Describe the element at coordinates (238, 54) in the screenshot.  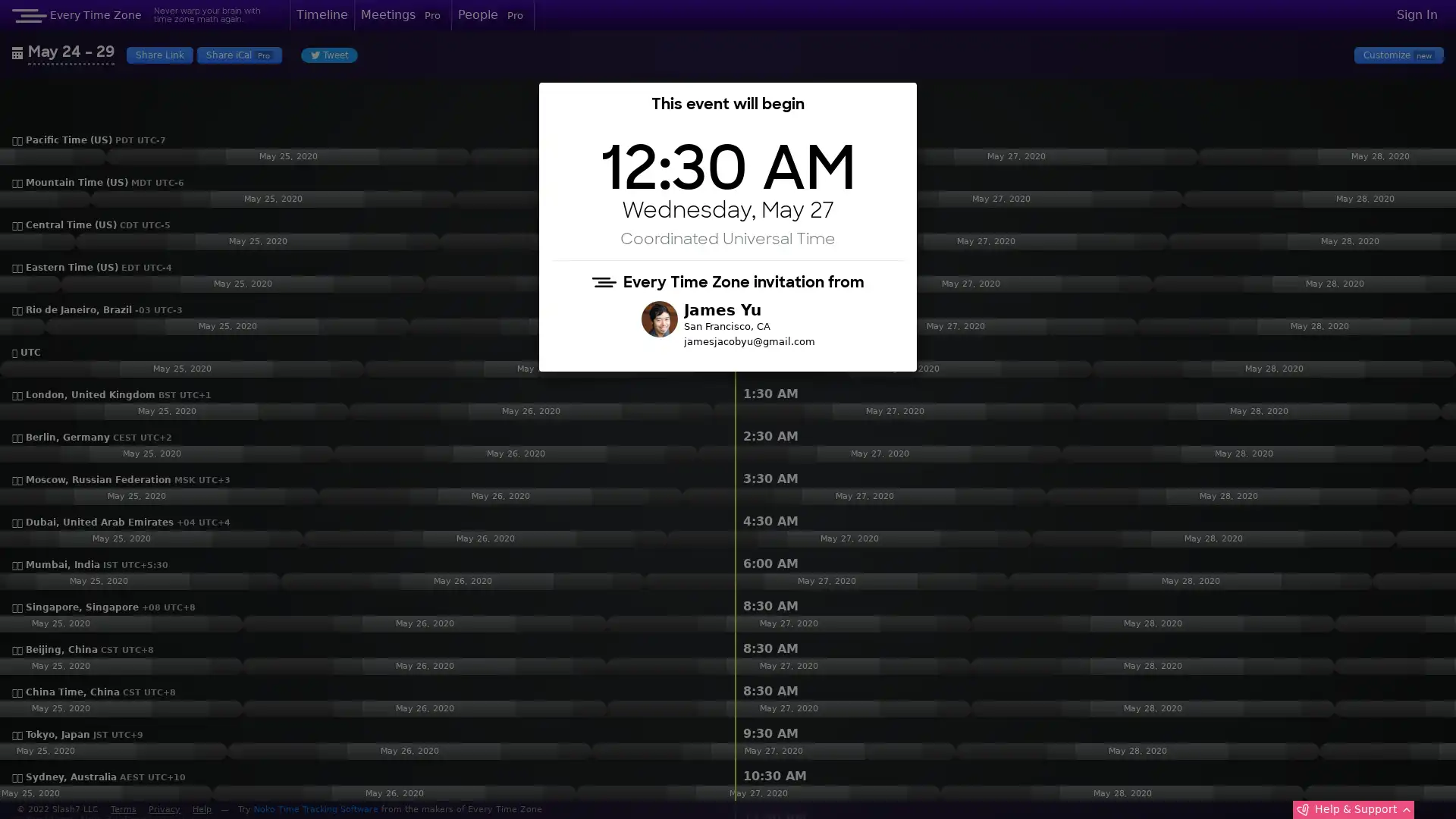
I see `Share iCal Pro` at that location.